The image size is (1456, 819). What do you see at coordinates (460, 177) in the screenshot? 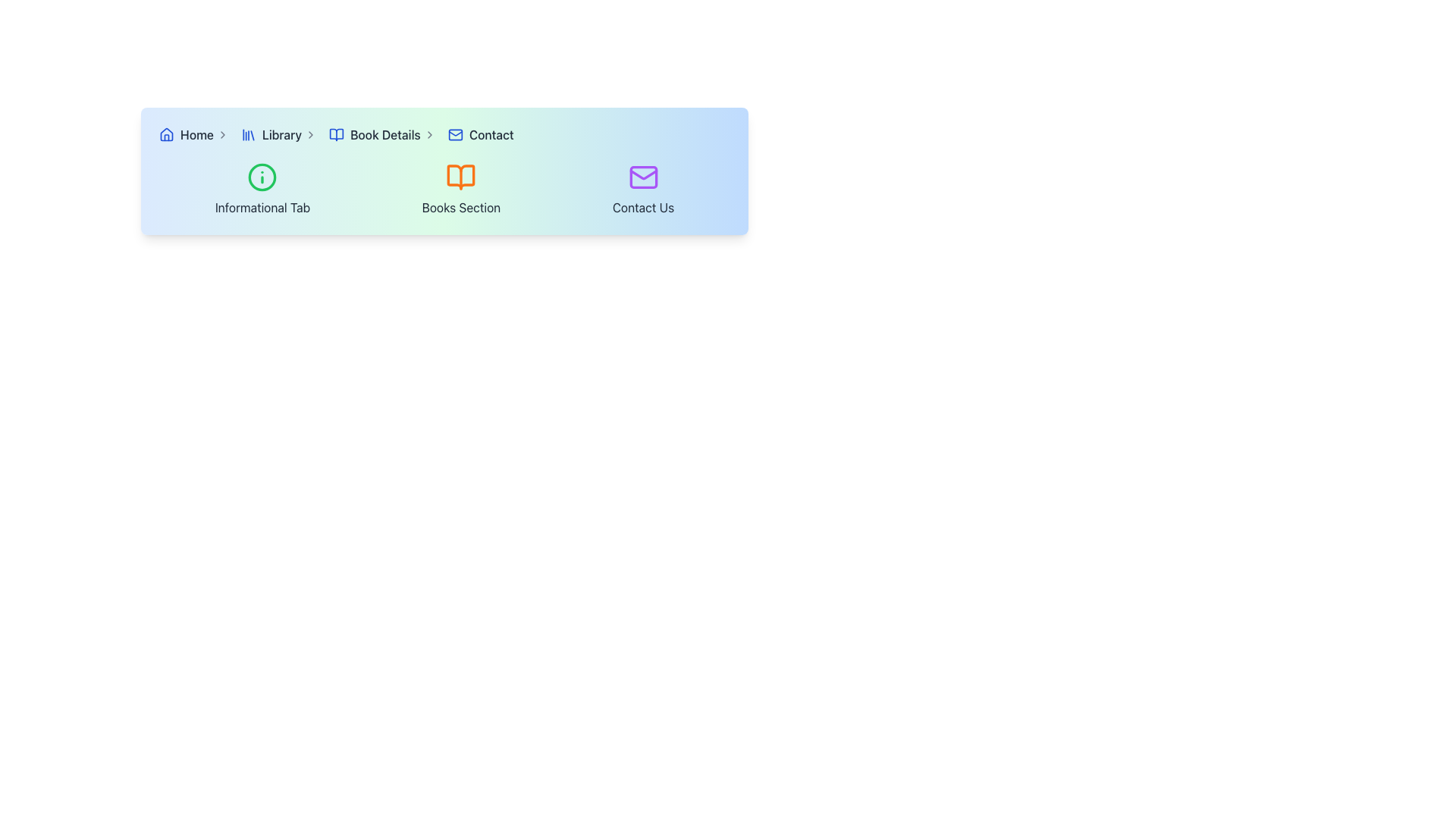
I see `the orange open book icon located in the 'Books Section' of the navigation bar, which is centered above the text label` at bounding box center [460, 177].